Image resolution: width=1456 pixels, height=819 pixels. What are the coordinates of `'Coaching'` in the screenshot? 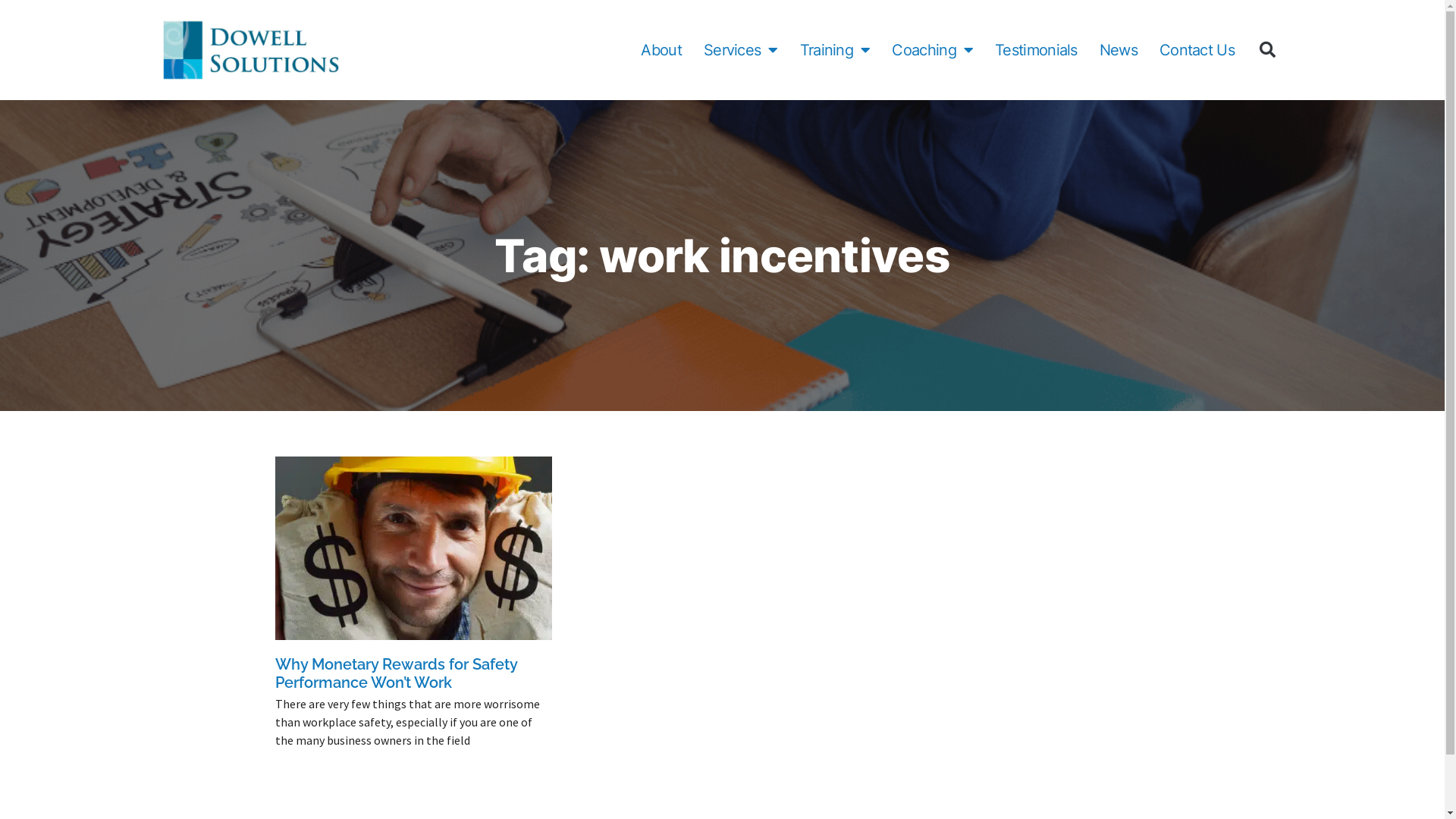 It's located at (931, 49).